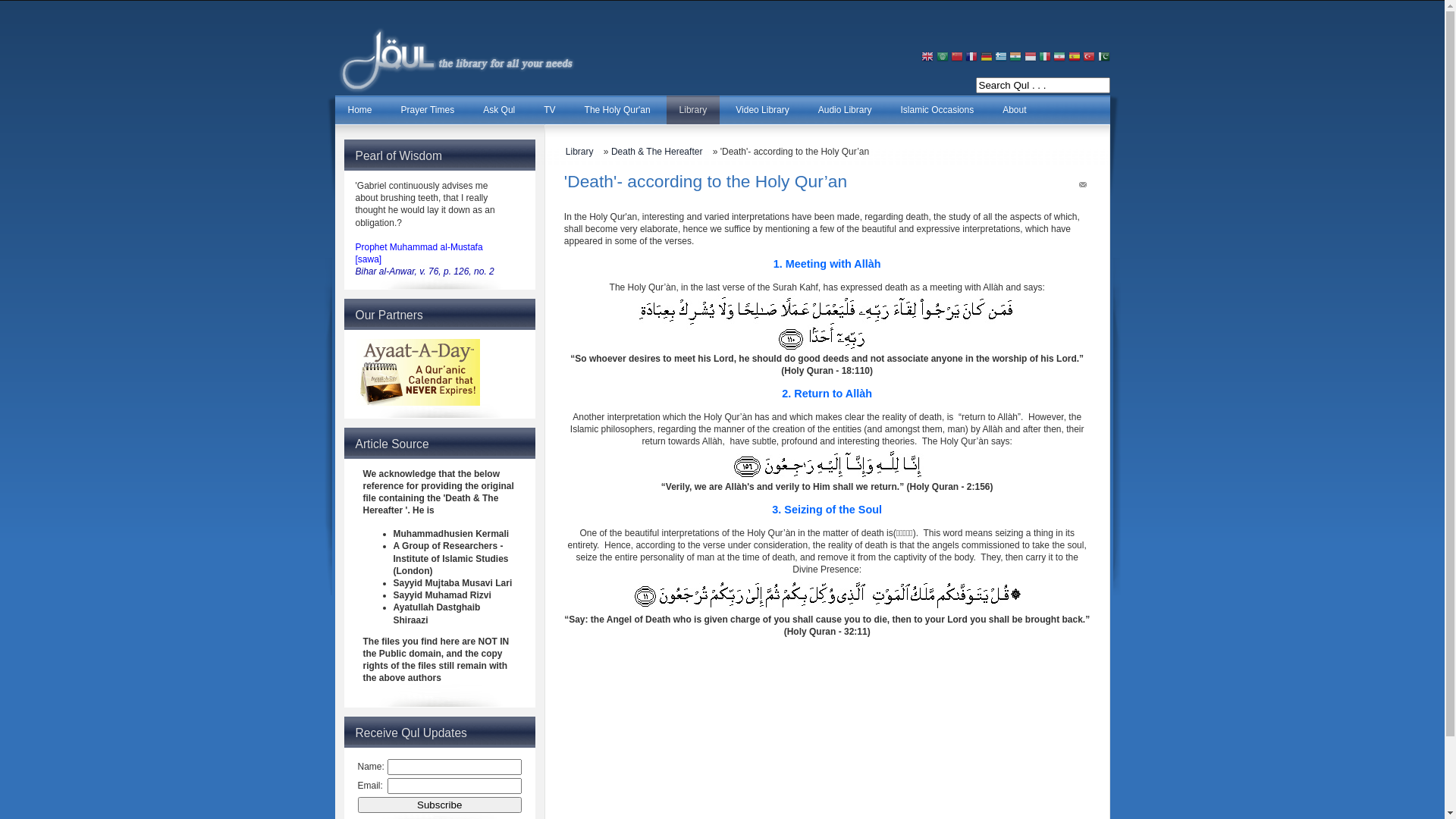 This screenshot has width=1456, height=819. What do you see at coordinates (762, 109) in the screenshot?
I see `'Video Library'` at bounding box center [762, 109].